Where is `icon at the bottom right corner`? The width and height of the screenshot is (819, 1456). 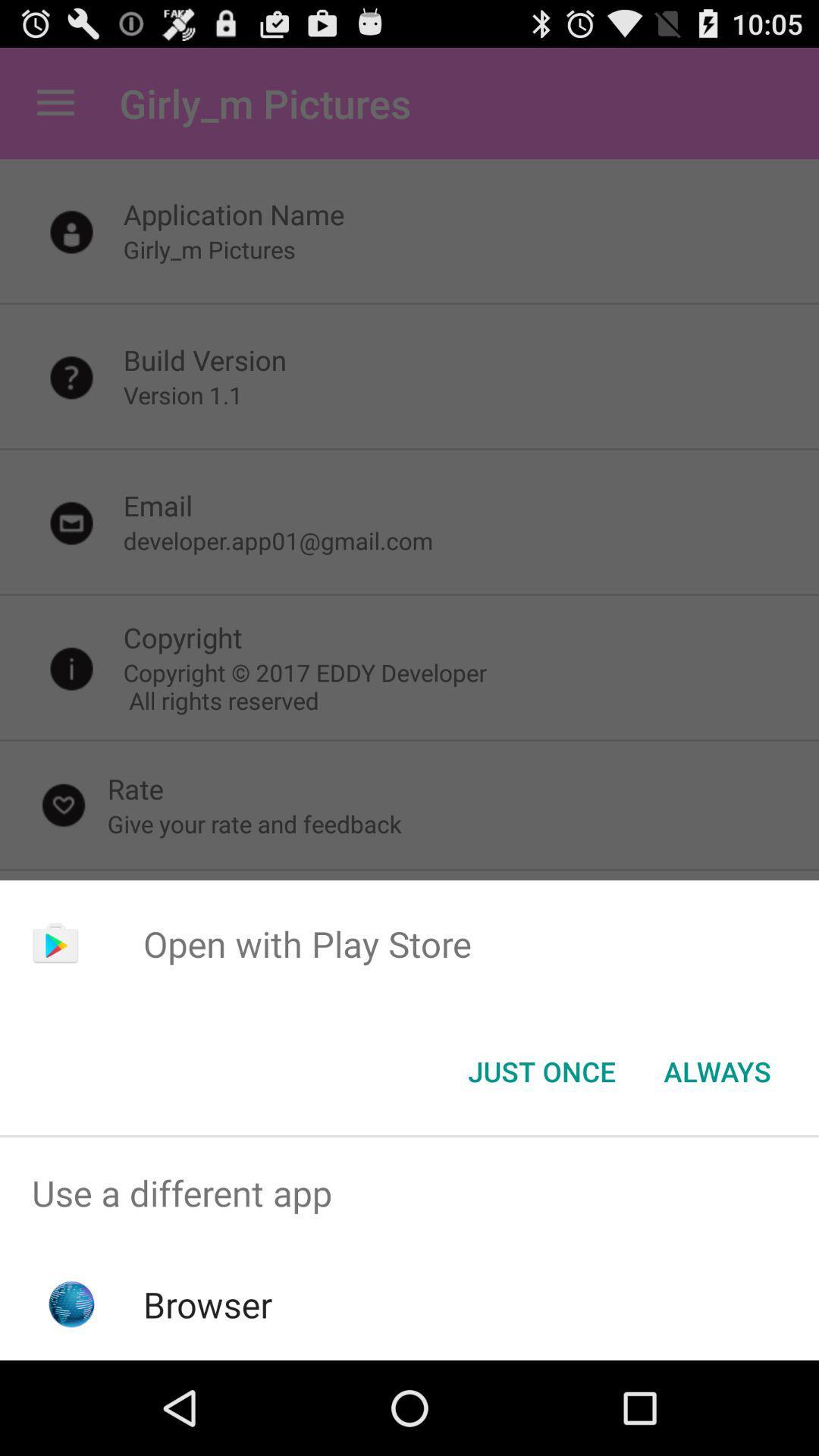
icon at the bottom right corner is located at coordinates (717, 1070).